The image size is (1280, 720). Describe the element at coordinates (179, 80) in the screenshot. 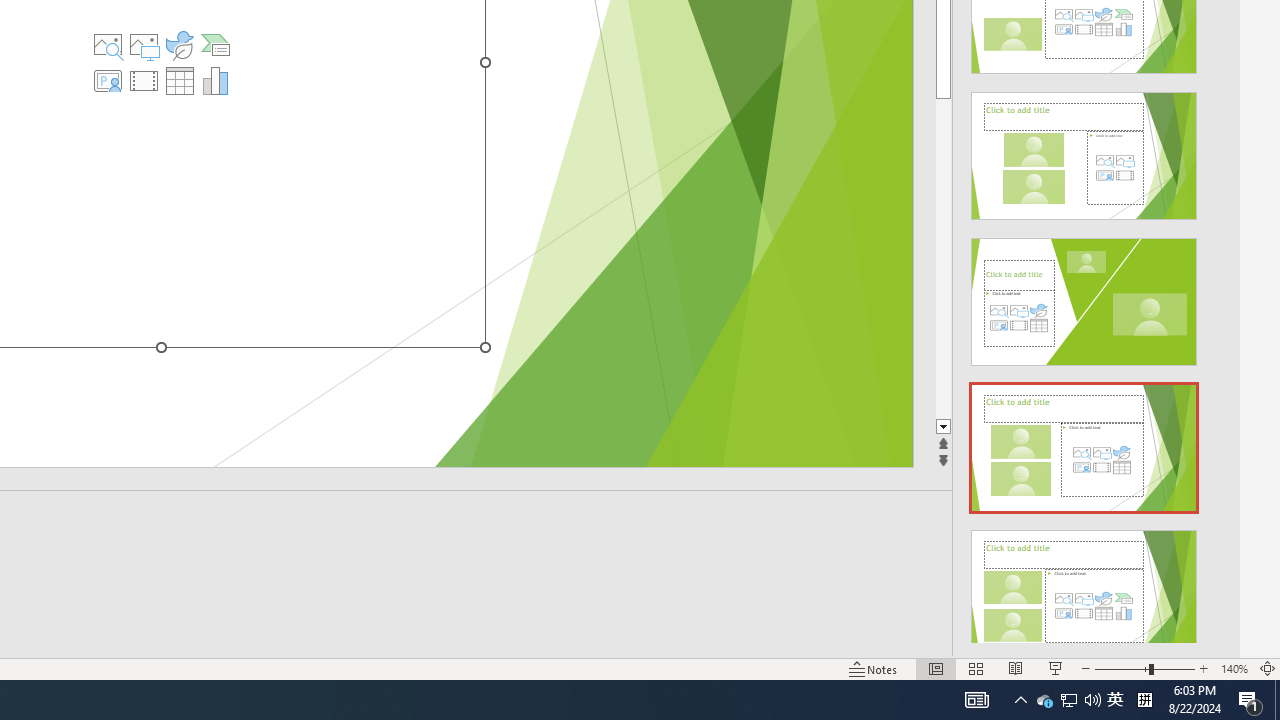

I see `'Insert Table'` at that location.